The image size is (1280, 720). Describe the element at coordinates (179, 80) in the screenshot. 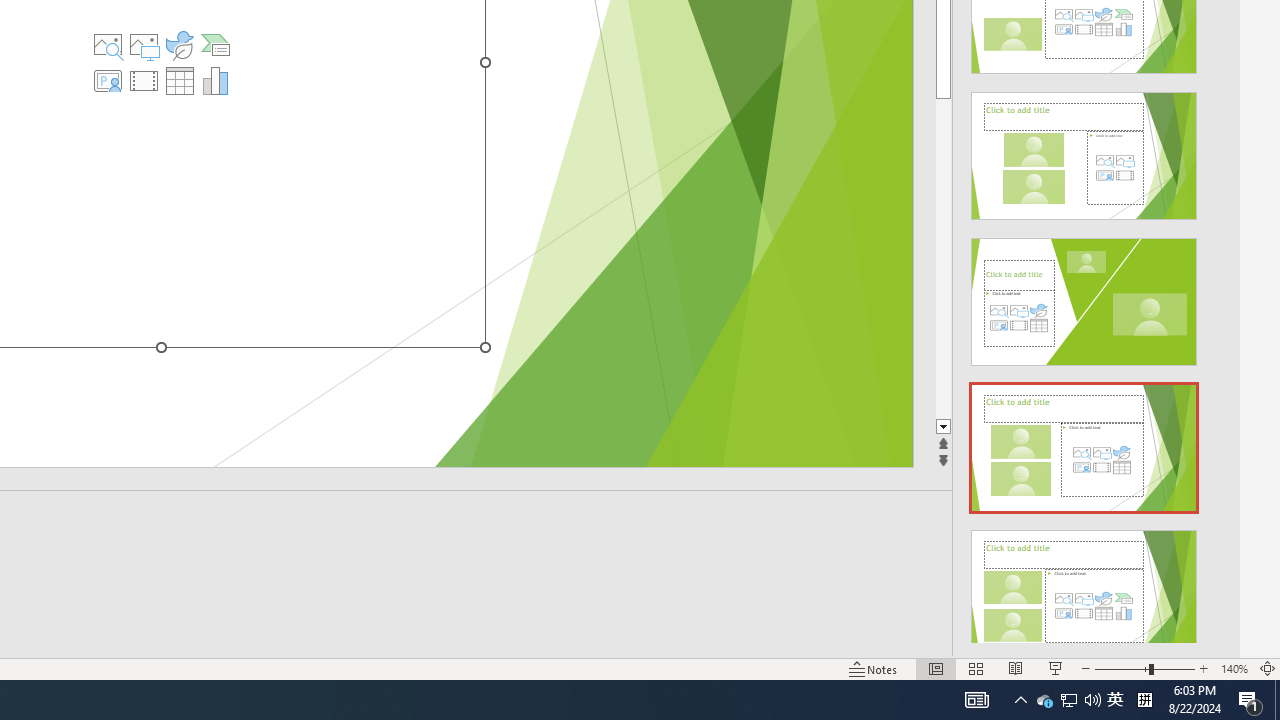

I see `'Insert Table'` at that location.